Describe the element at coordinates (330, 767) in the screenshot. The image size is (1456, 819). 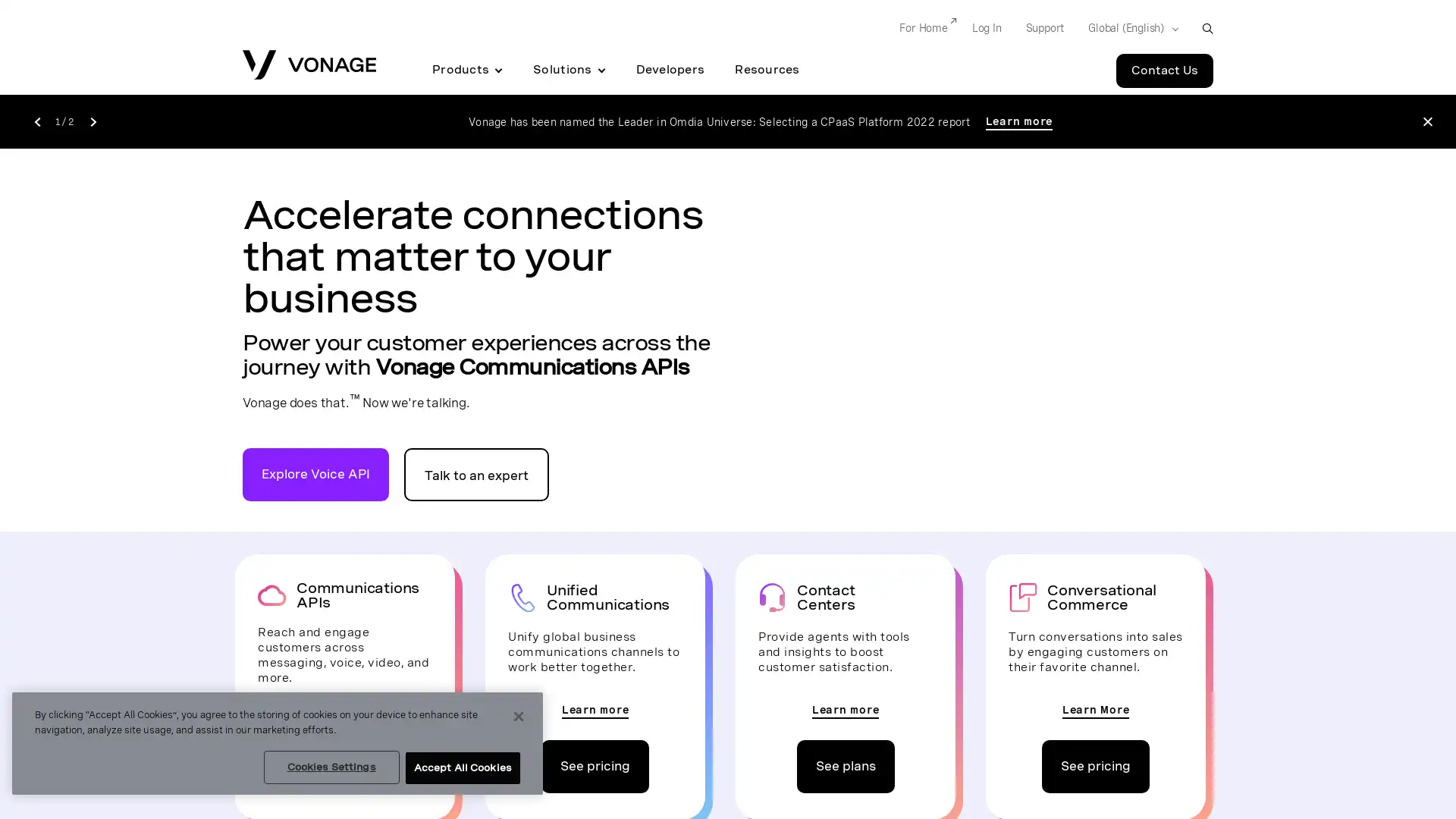
I see `Cookies Settings` at that location.